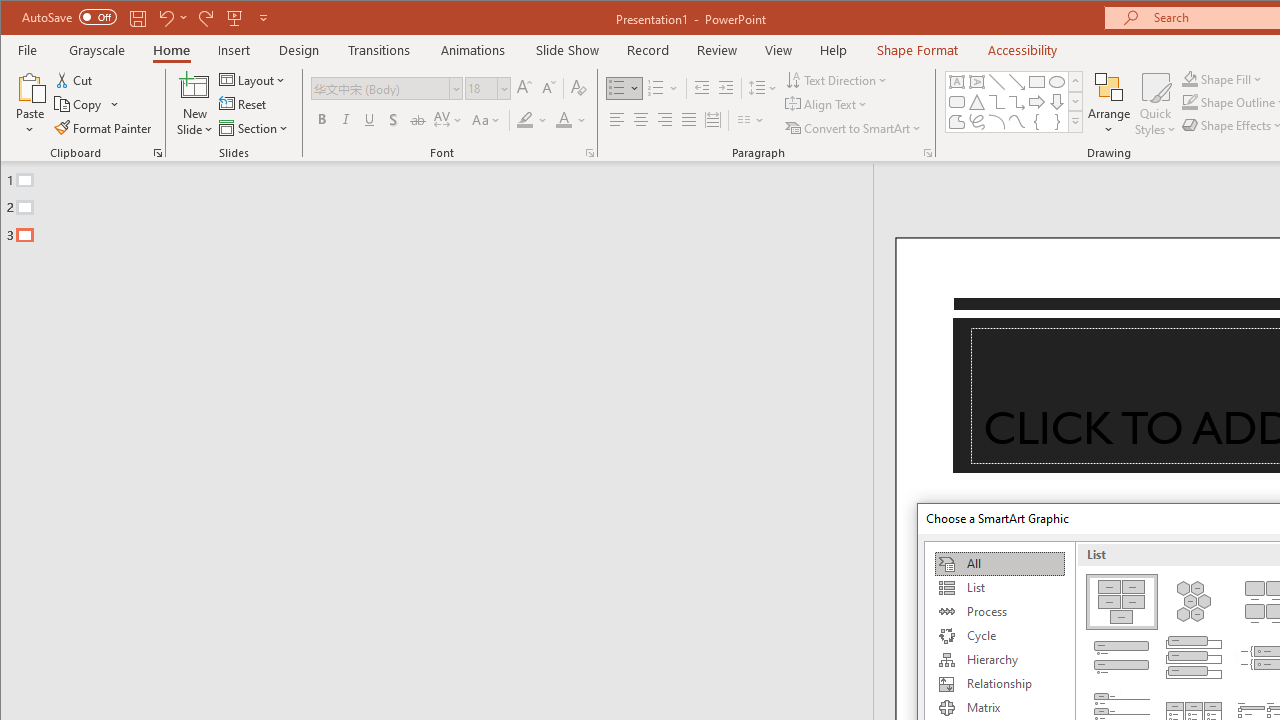 This screenshot has width=1280, height=720. What do you see at coordinates (1121, 600) in the screenshot?
I see `'Basic Block List'` at bounding box center [1121, 600].